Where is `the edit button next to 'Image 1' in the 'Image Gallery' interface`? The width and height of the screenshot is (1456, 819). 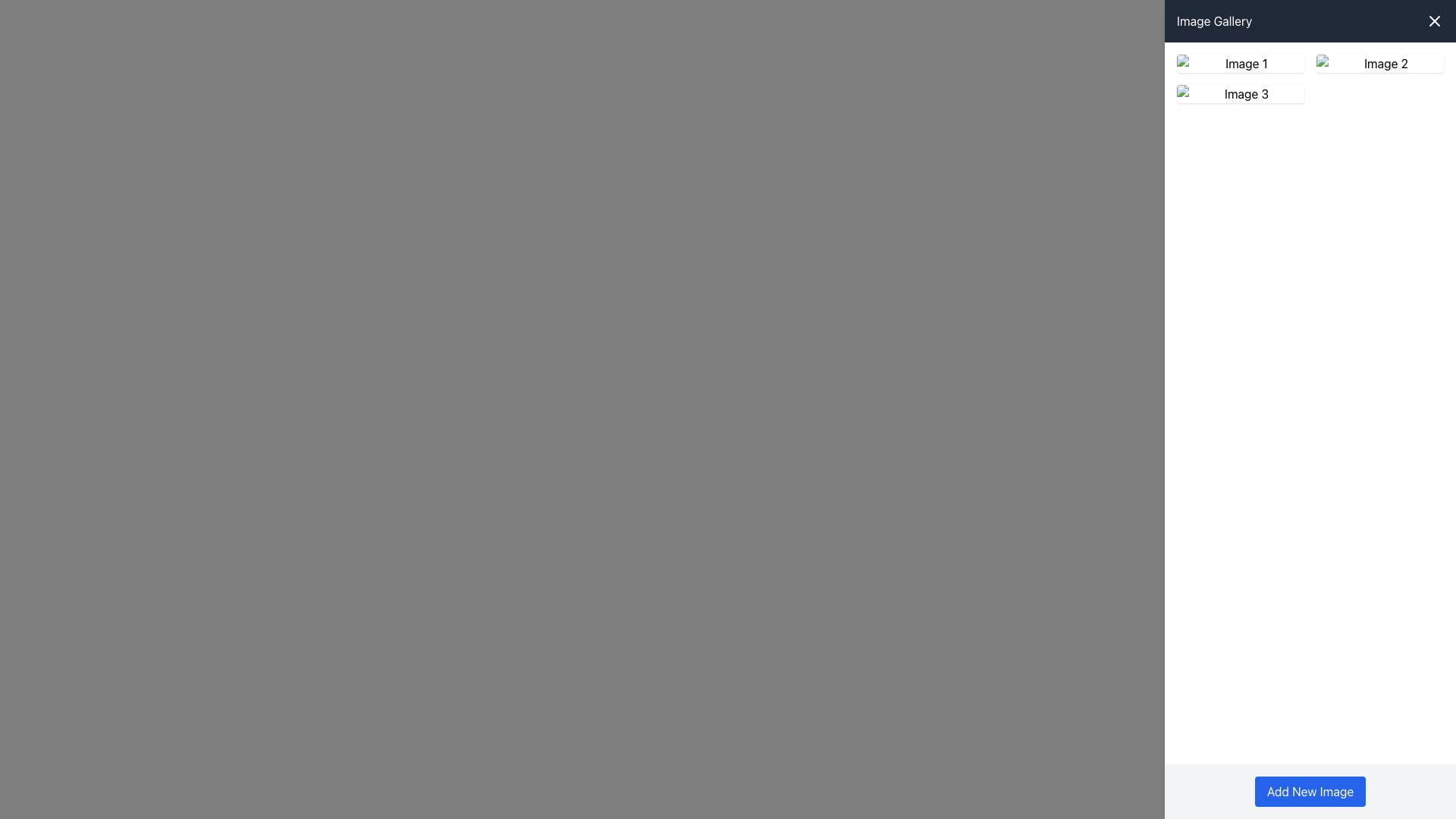 the edit button next to 'Image 1' in the 'Image Gallery' interface is located at coordinates (1241, 63).